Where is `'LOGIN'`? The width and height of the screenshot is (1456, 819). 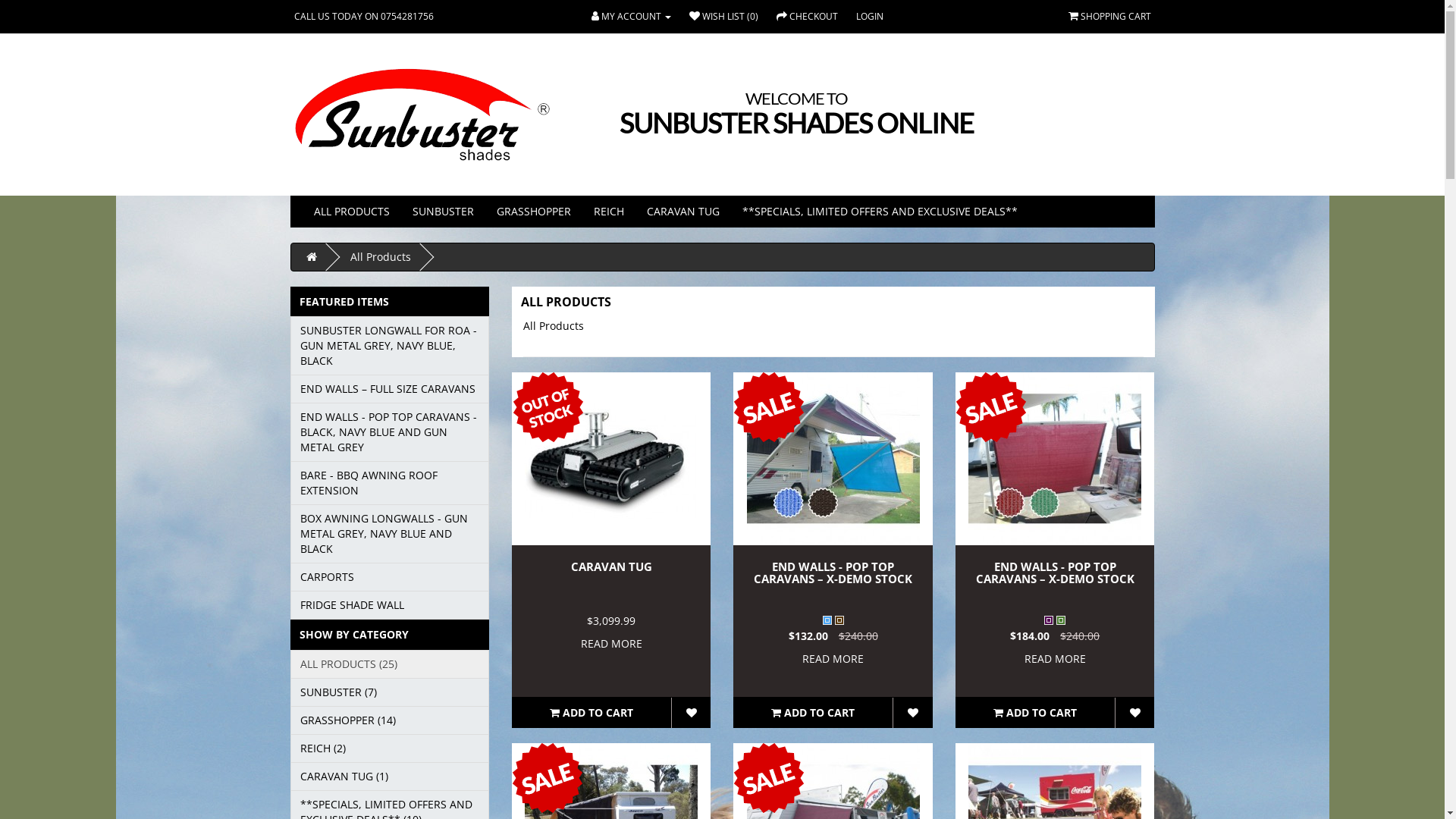 'LOGIN' is located at coordinates (870, 16).